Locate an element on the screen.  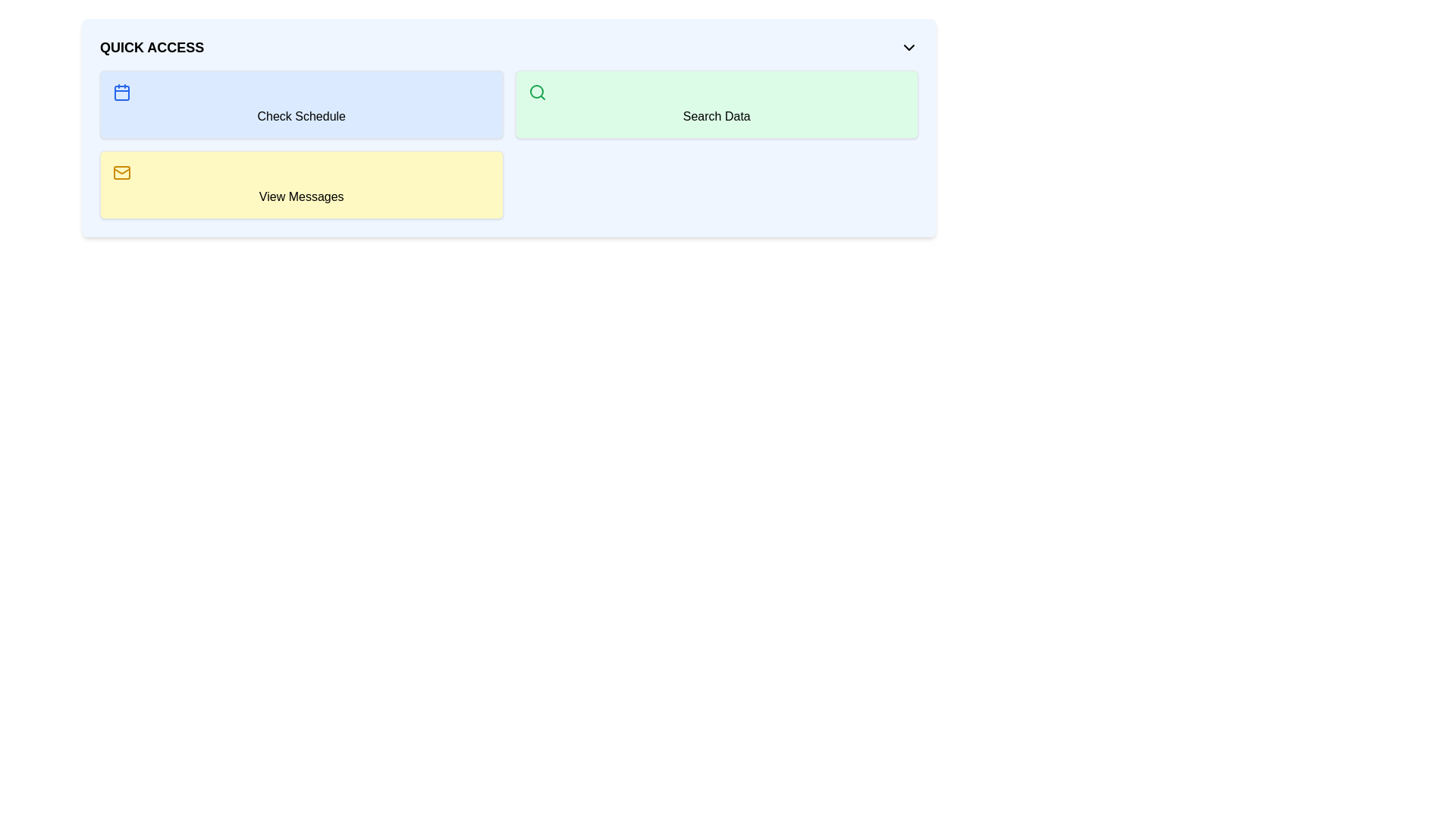
the circular SVG element of the search icon within the green 'Search Data' button located in the top-right of the 'Quick Access' section is located at coordinates (536, 91).